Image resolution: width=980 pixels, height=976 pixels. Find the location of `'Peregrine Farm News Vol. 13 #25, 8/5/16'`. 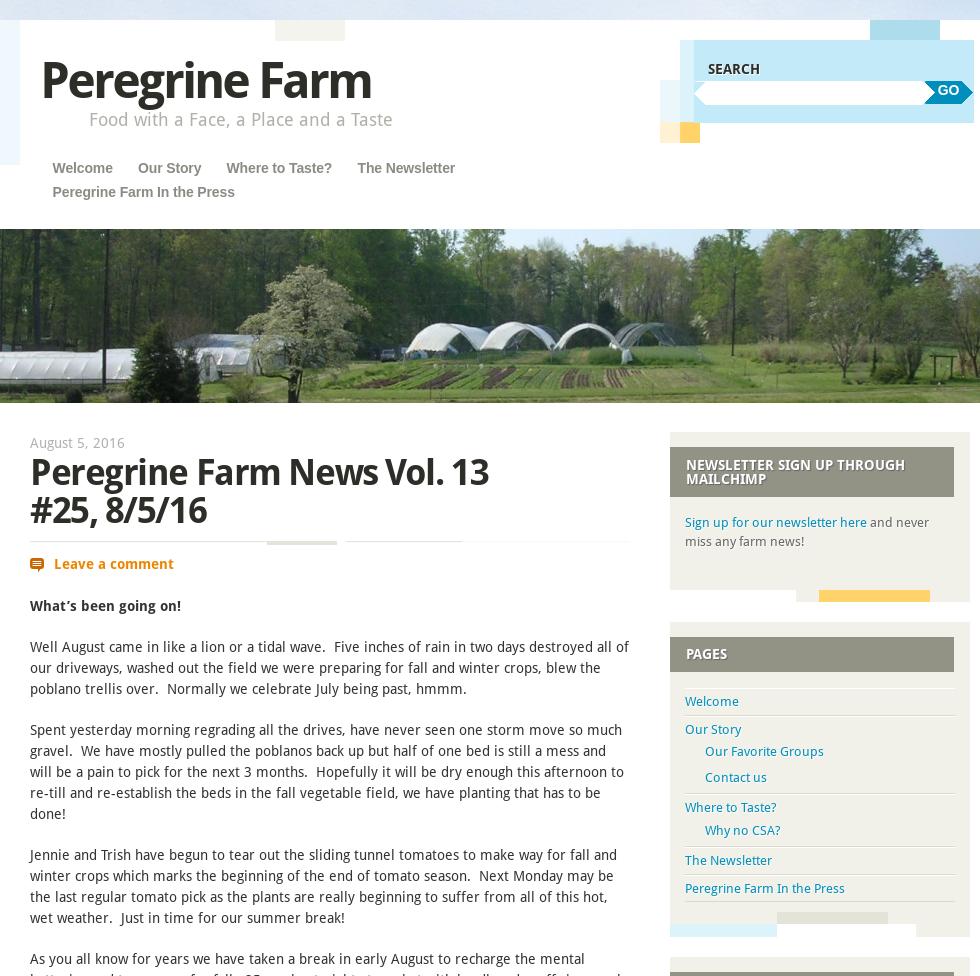

'Peregrine Farm News Vol. 13 #25, 8/5/16' is located at coordinates (259, 491).